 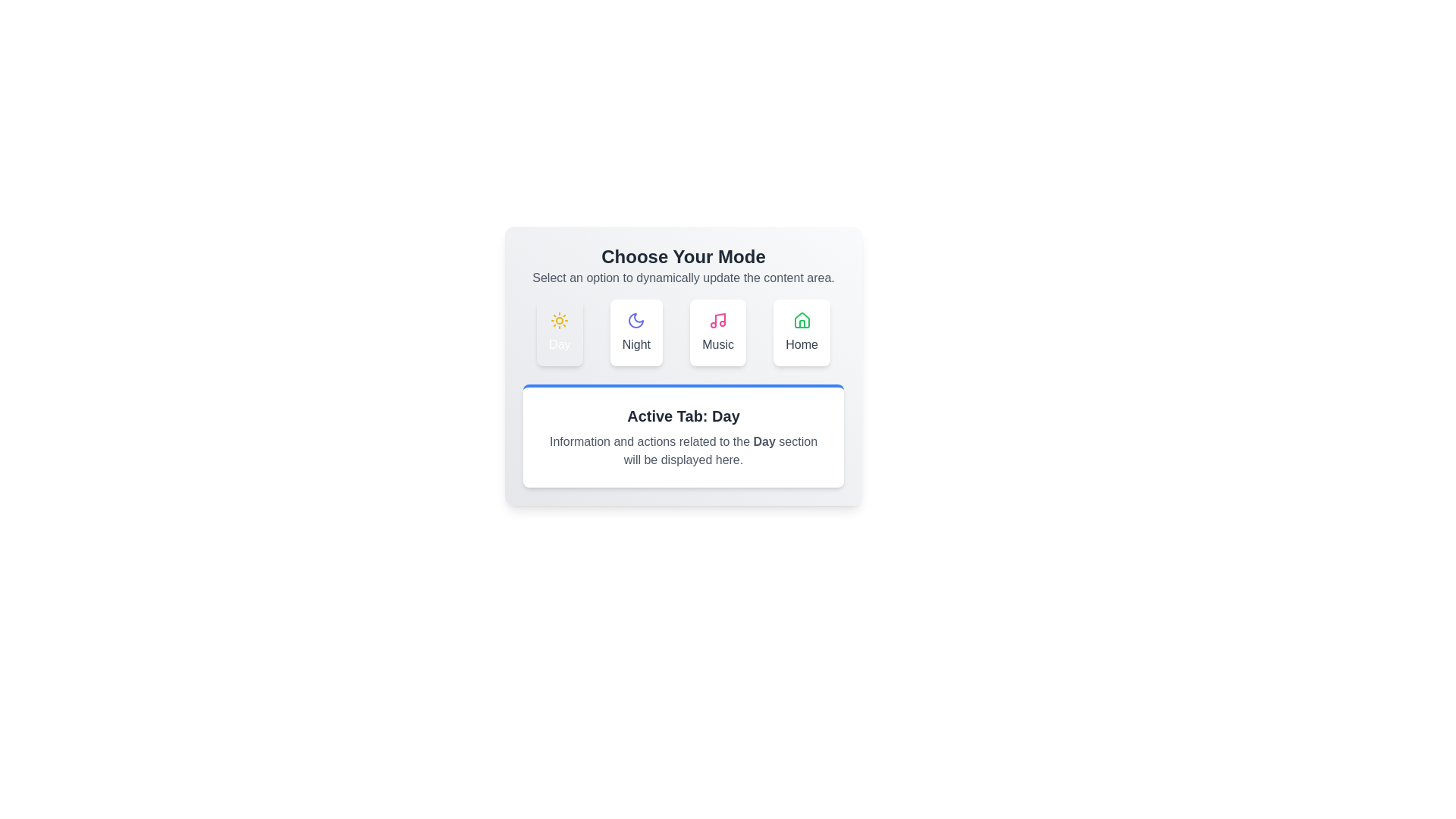 What do you see at coordinates (682, 278) in the screenshot?
I see `the static text that reads 'Select an option to dynamically update the content area.', which is displayed in a subdued gray color and is located directly below 'Choose Your Mode'` at bounding box center [682, 278].